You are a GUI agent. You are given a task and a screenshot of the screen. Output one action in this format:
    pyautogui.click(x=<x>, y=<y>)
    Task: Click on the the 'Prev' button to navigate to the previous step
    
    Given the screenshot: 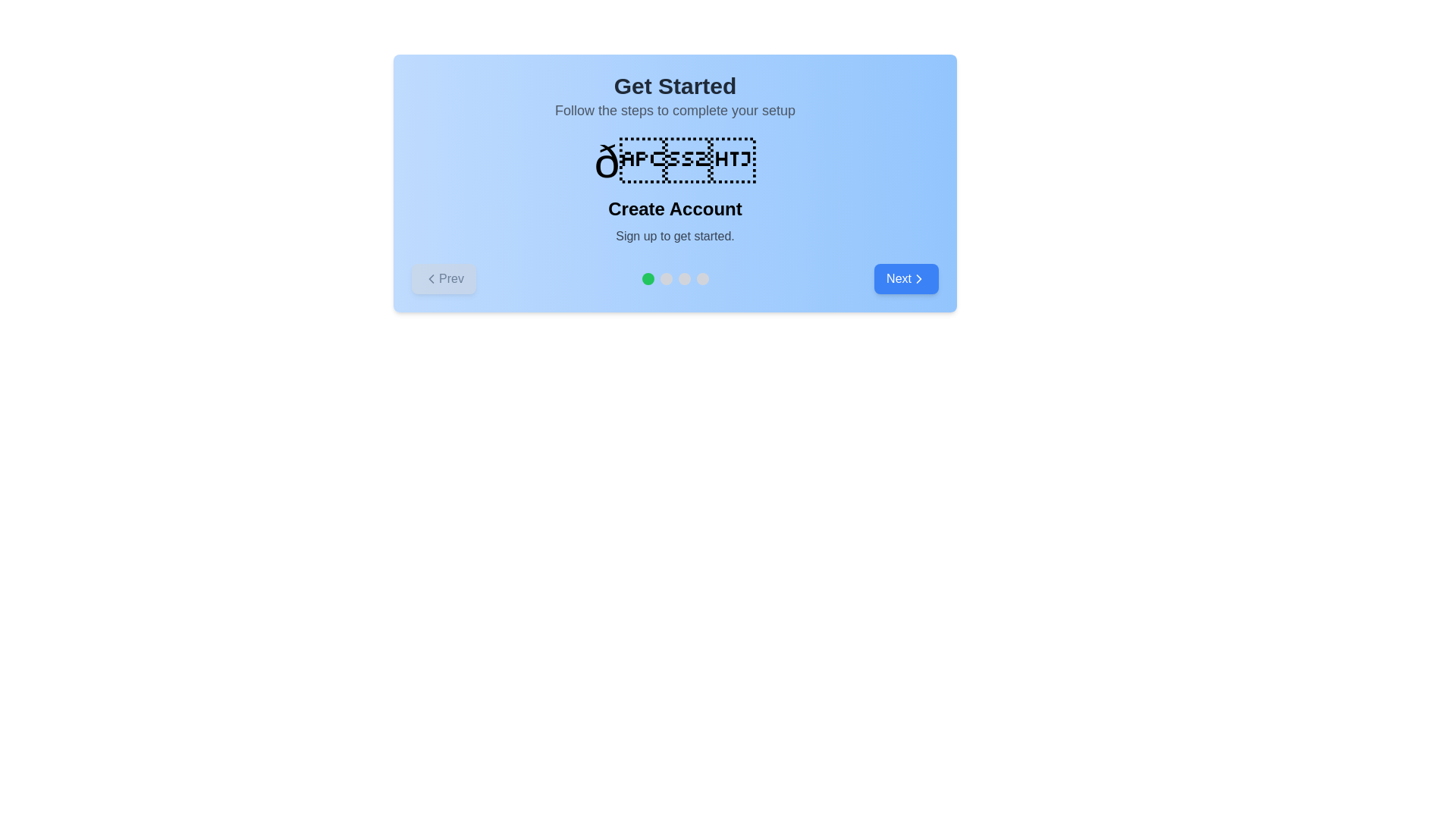 What is the action you would take?
    pyautogui.click(x=443, y=278)
    